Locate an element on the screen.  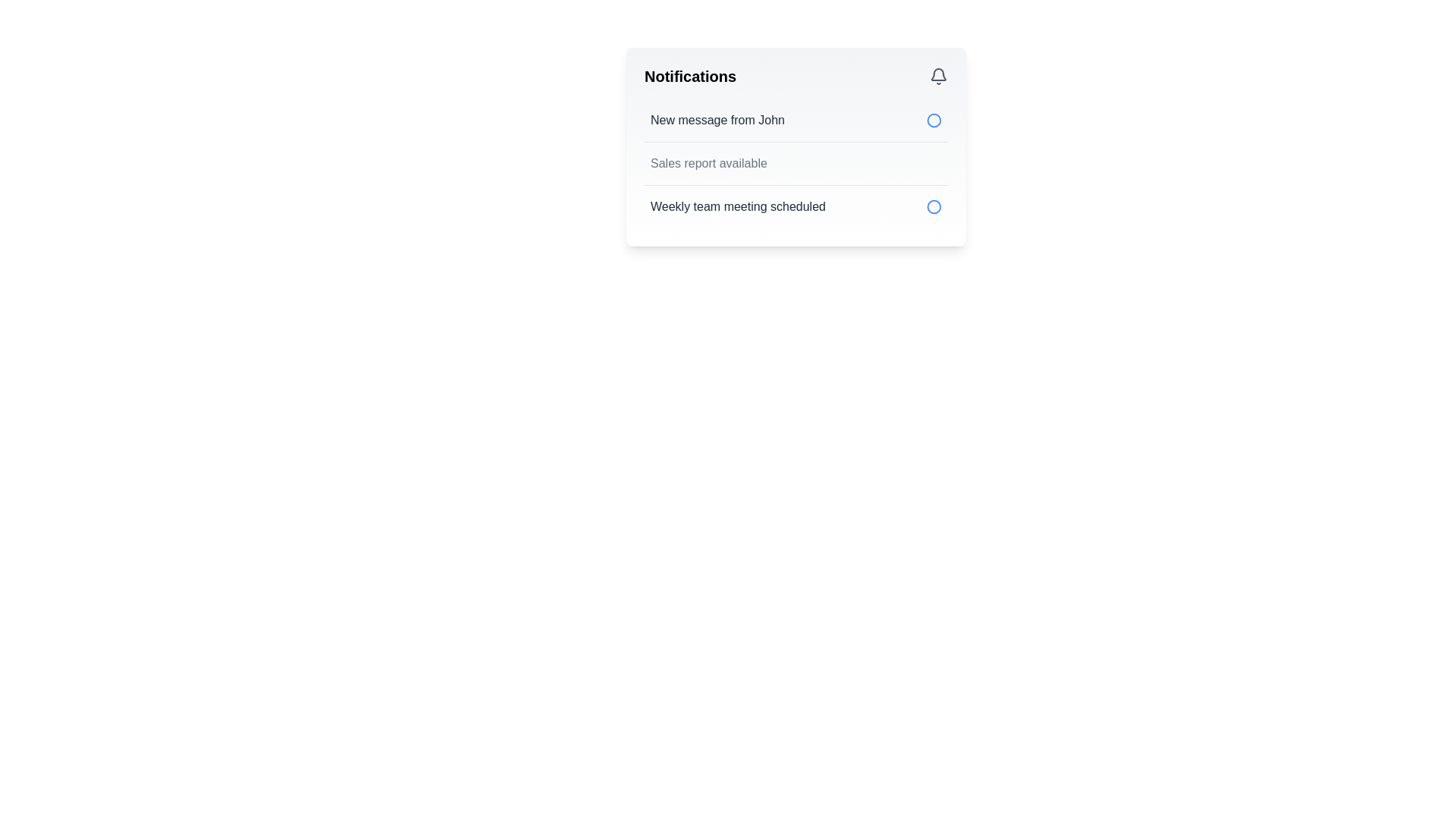
the circular indicator associated with the 'Weekly team meeting scheduled' notification is located at coordinates (934, 119).